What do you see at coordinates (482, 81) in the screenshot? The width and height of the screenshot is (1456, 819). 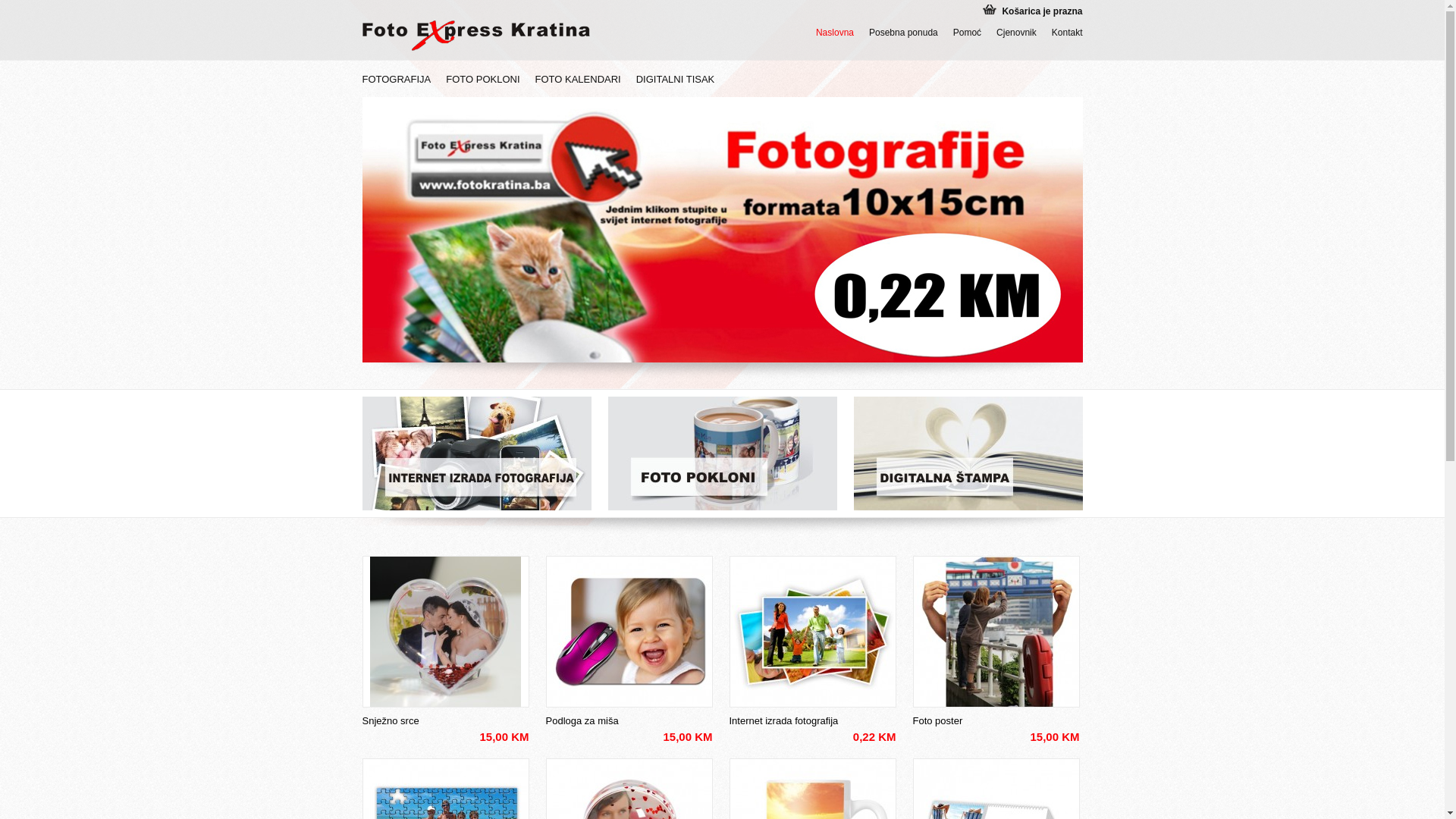 I see `'FOTO POKLONI'` at bounding box center [482, 81].